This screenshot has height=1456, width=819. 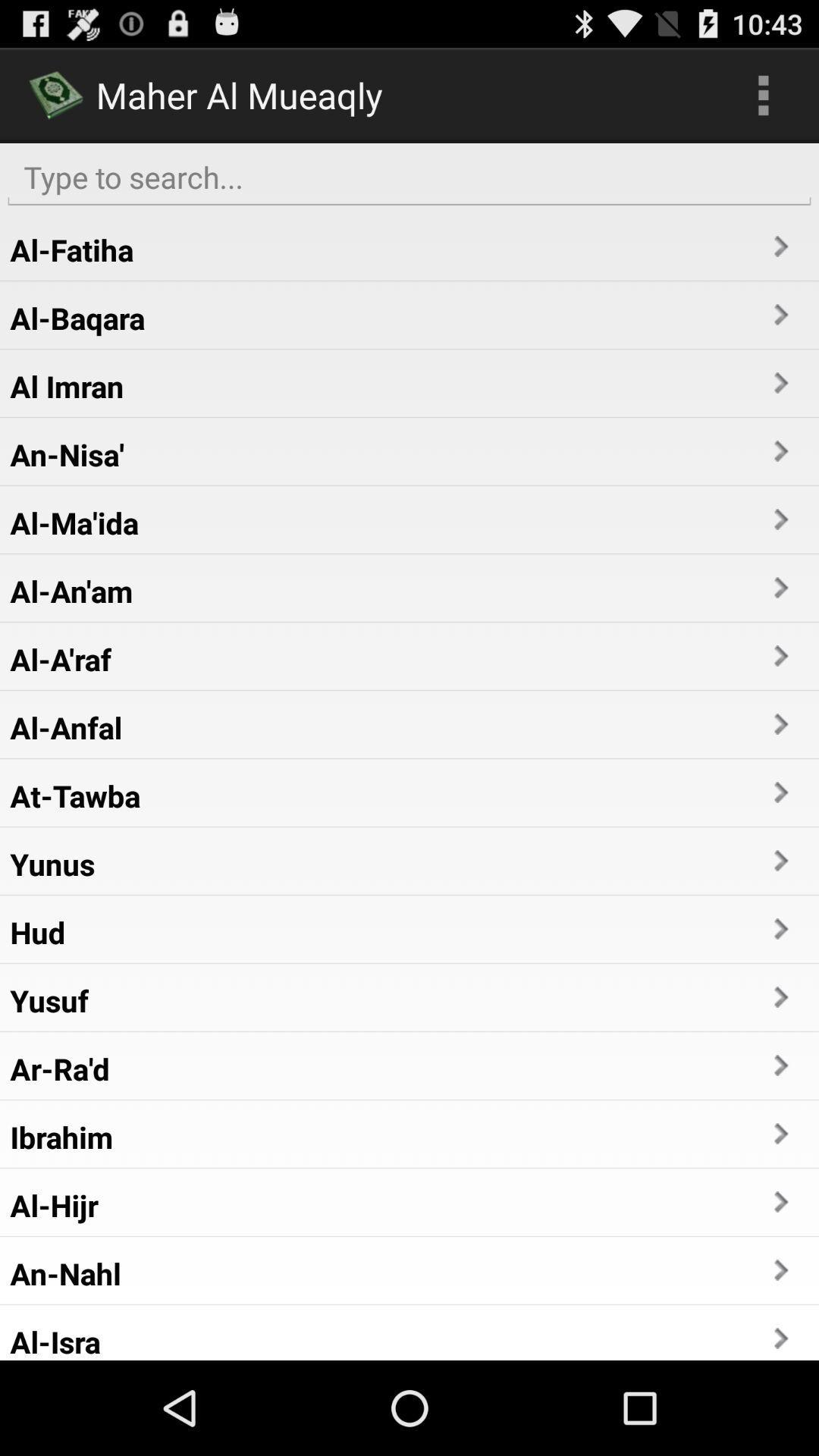 I want to click on item next to the al-fatiha, so click(x=780, y=246).